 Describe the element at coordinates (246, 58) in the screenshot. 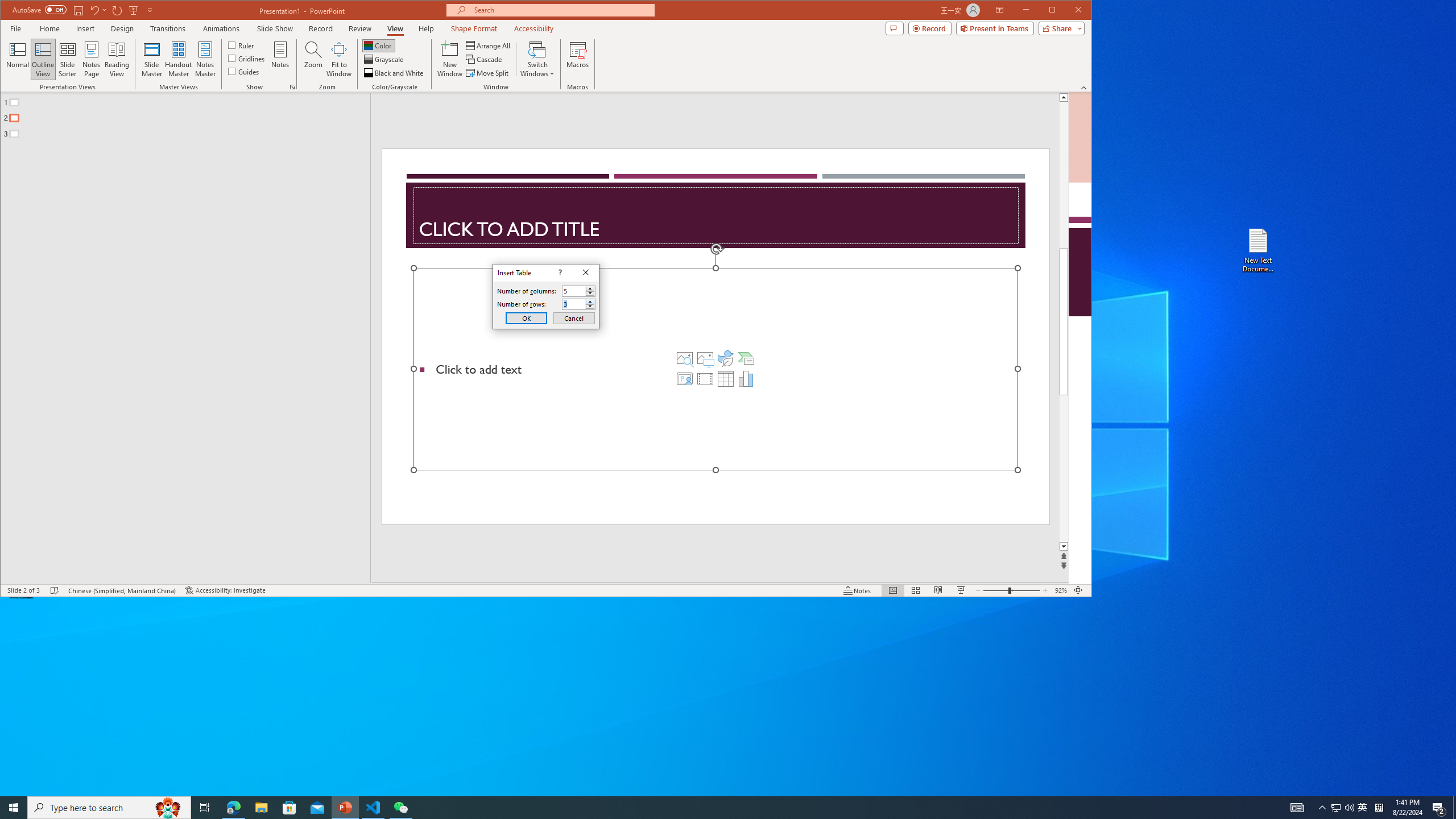

I see `'Gridlines'` at that location.